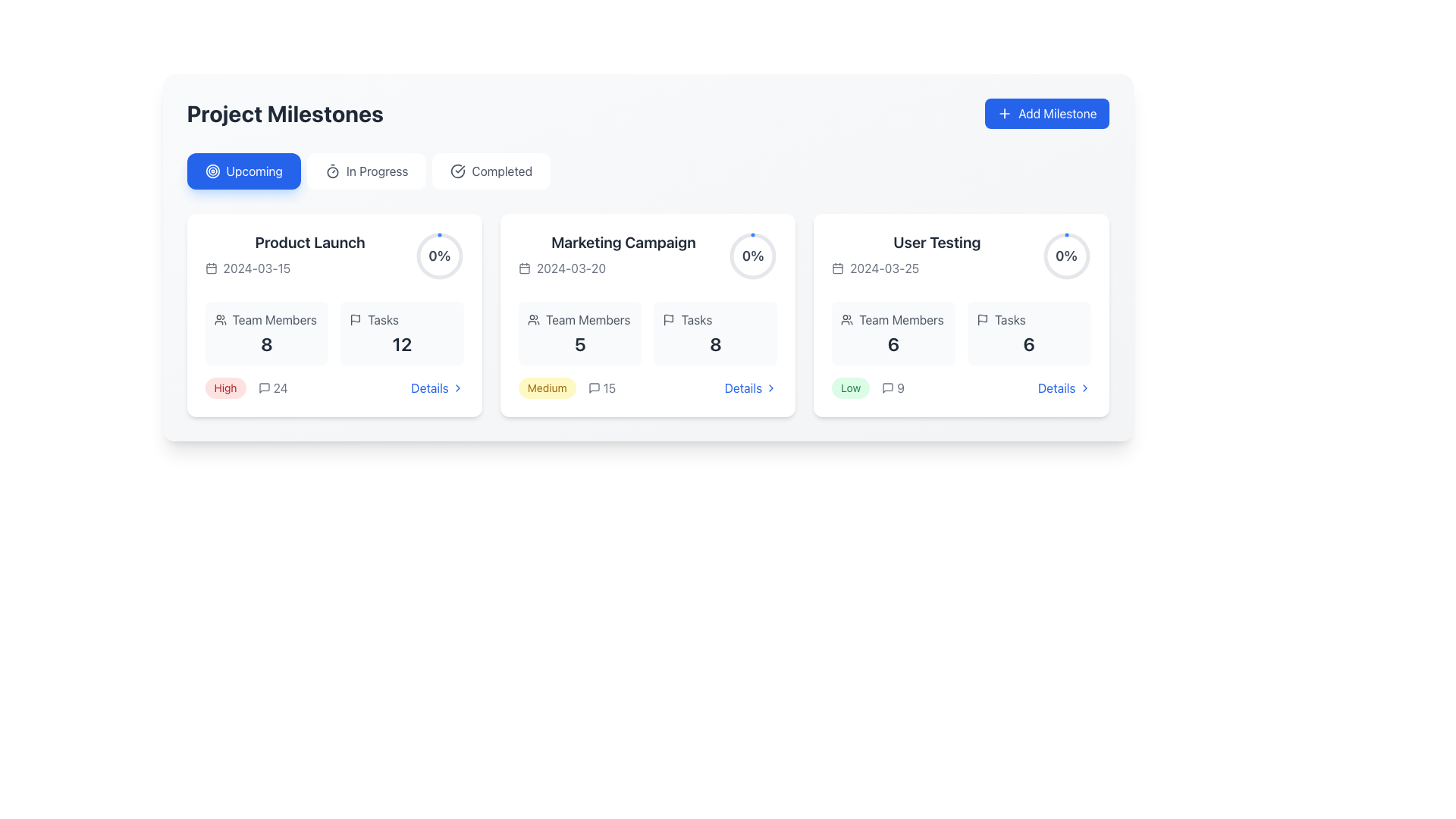 The image size is (1456, 819). I want to click on the speech bubble graphical icon located above the comment count (15) in the 'Marketing Campaign' milestone card, which is the second icon in the row of milestone cards, so click(593, 388).